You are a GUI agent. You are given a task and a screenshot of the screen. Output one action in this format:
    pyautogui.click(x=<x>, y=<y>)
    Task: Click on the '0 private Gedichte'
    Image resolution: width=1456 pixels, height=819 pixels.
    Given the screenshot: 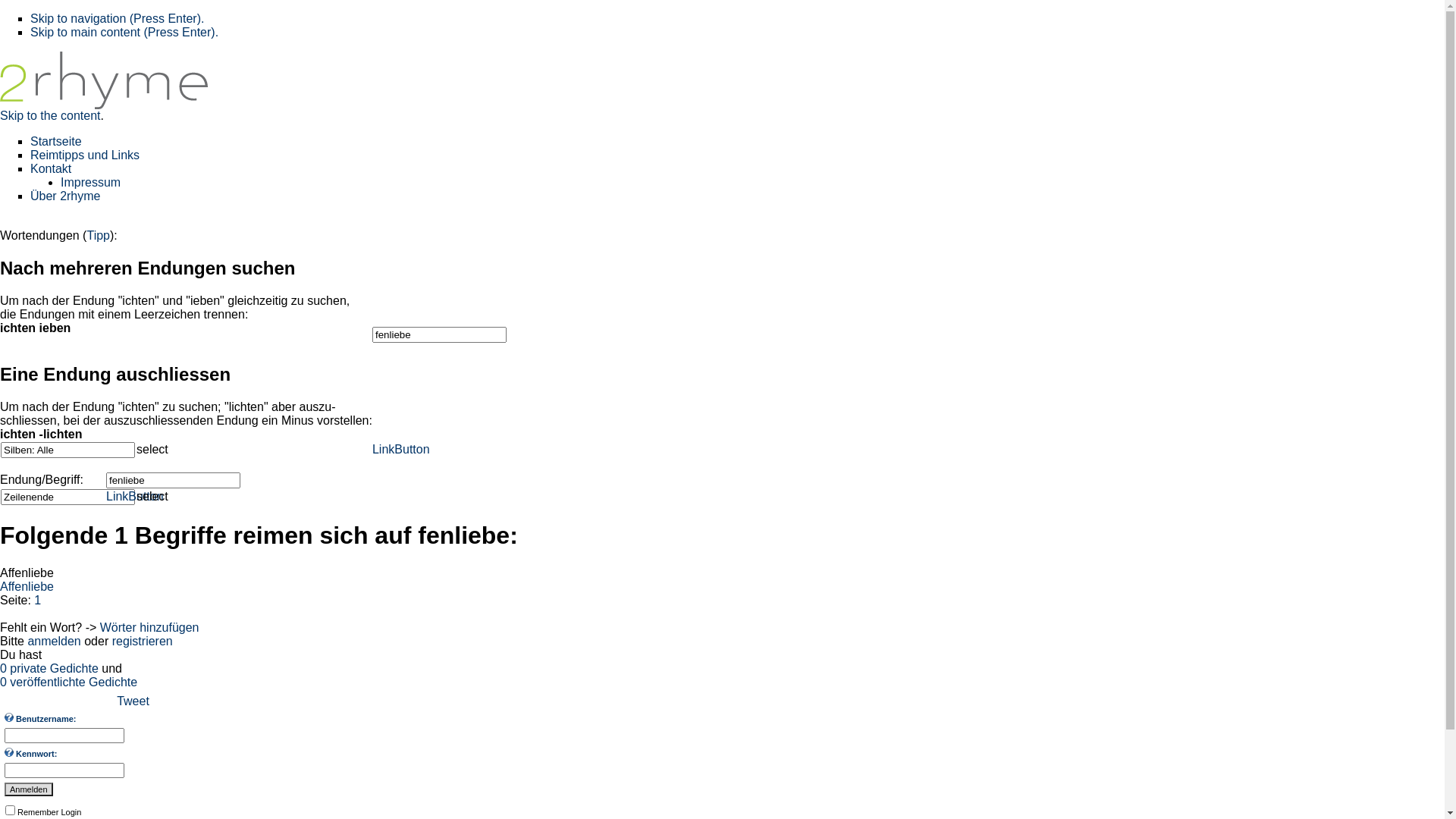 What is the action you would take?
    pyautogui.click(x=49, y=667)
    